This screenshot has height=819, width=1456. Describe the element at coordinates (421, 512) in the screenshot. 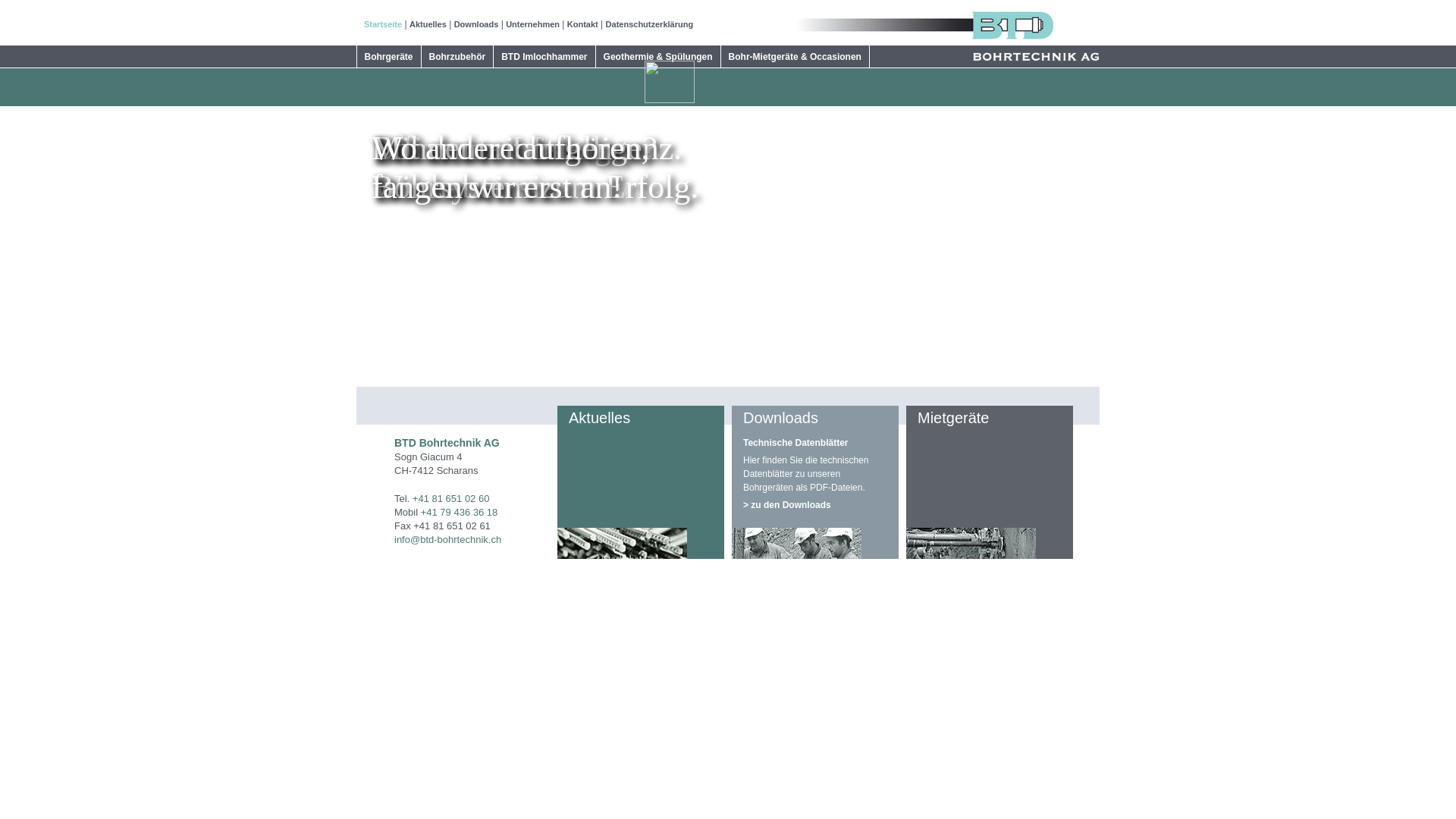

I see `'+41 79 436 36 18'` at that location.